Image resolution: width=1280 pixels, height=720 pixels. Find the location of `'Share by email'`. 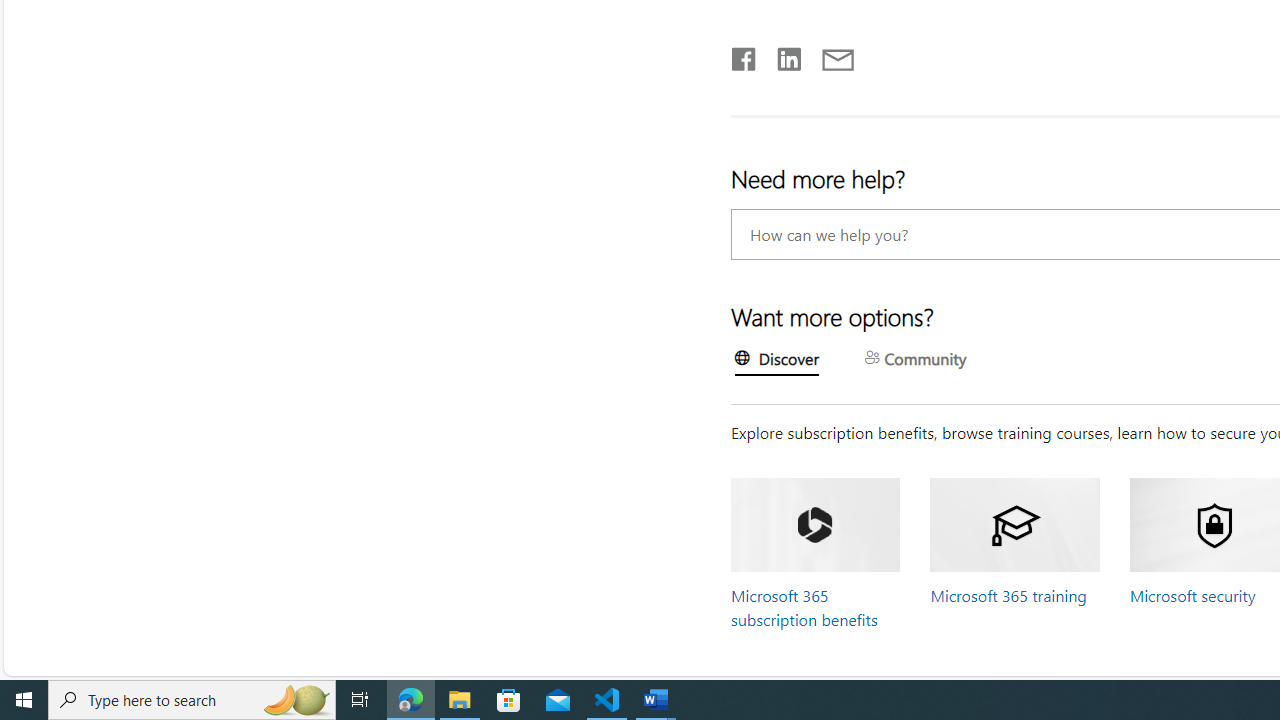

'Share by email' is located at coordinates (828, 54).